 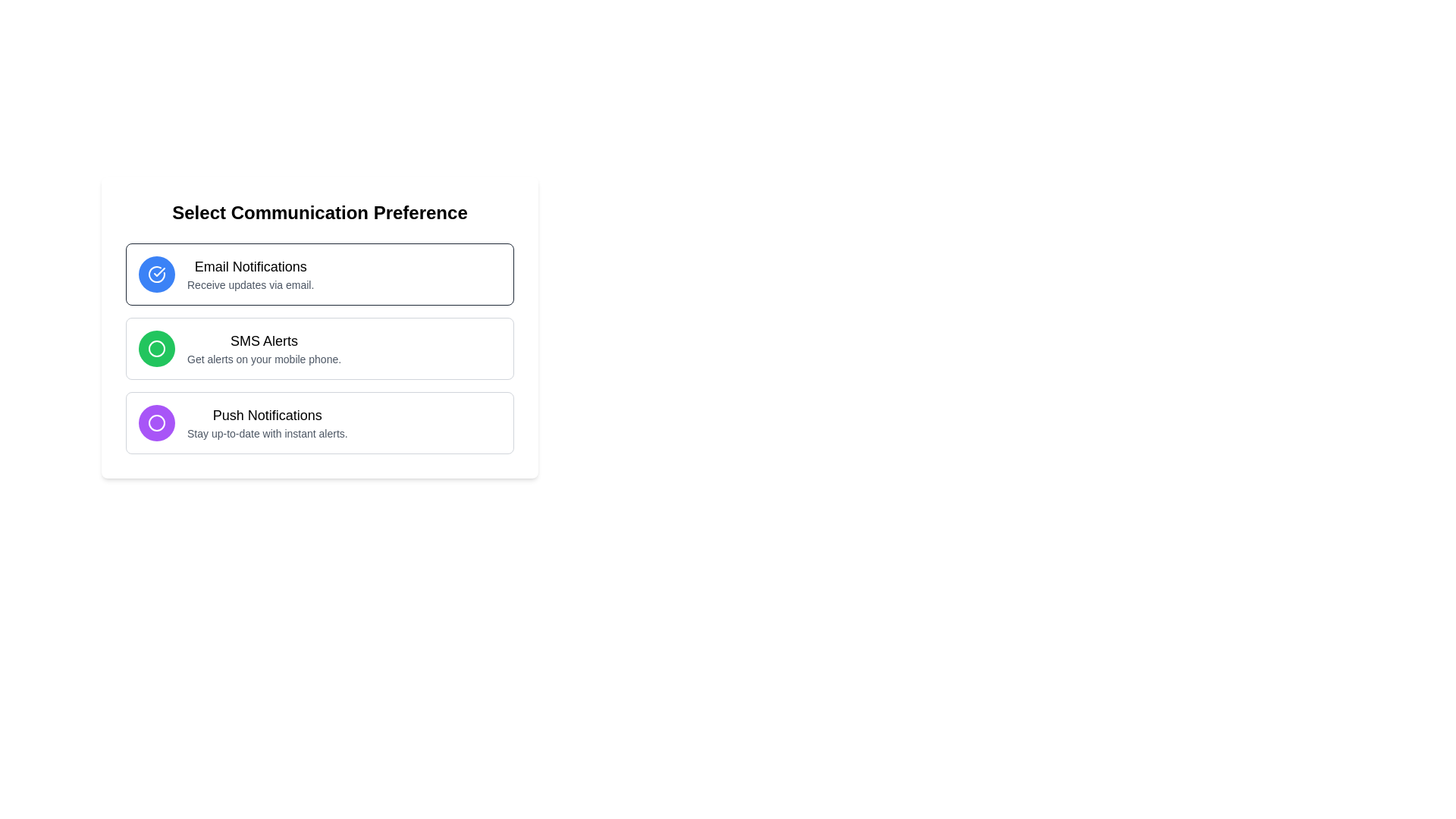 I want to click on the SMS Alerts card component, which is the second card in a vertical stack of three, positioned between 'Email Notifications' and 'Push Notifications', so click(x=319, y=348).